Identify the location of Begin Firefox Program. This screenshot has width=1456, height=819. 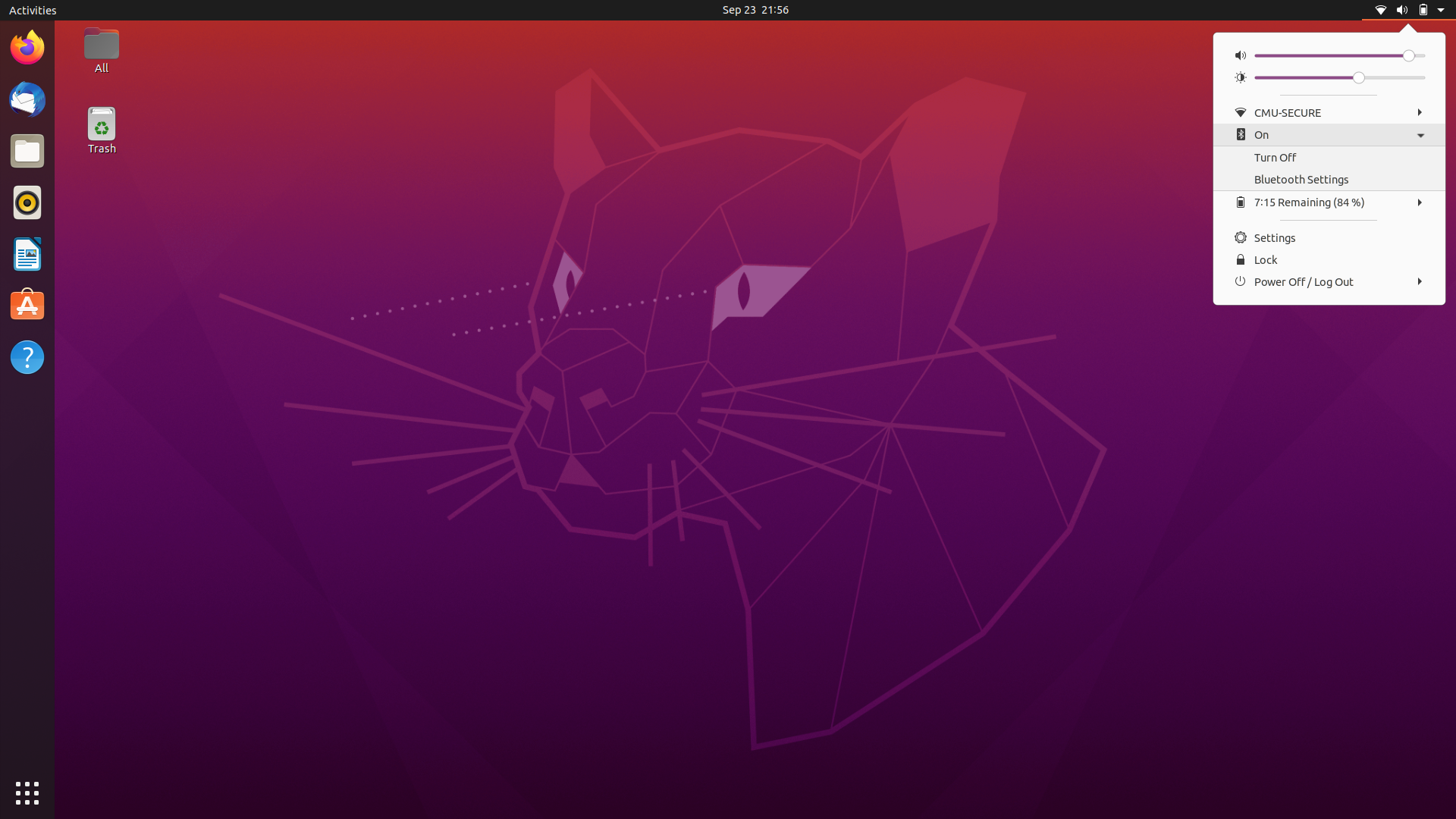
(26, 45).